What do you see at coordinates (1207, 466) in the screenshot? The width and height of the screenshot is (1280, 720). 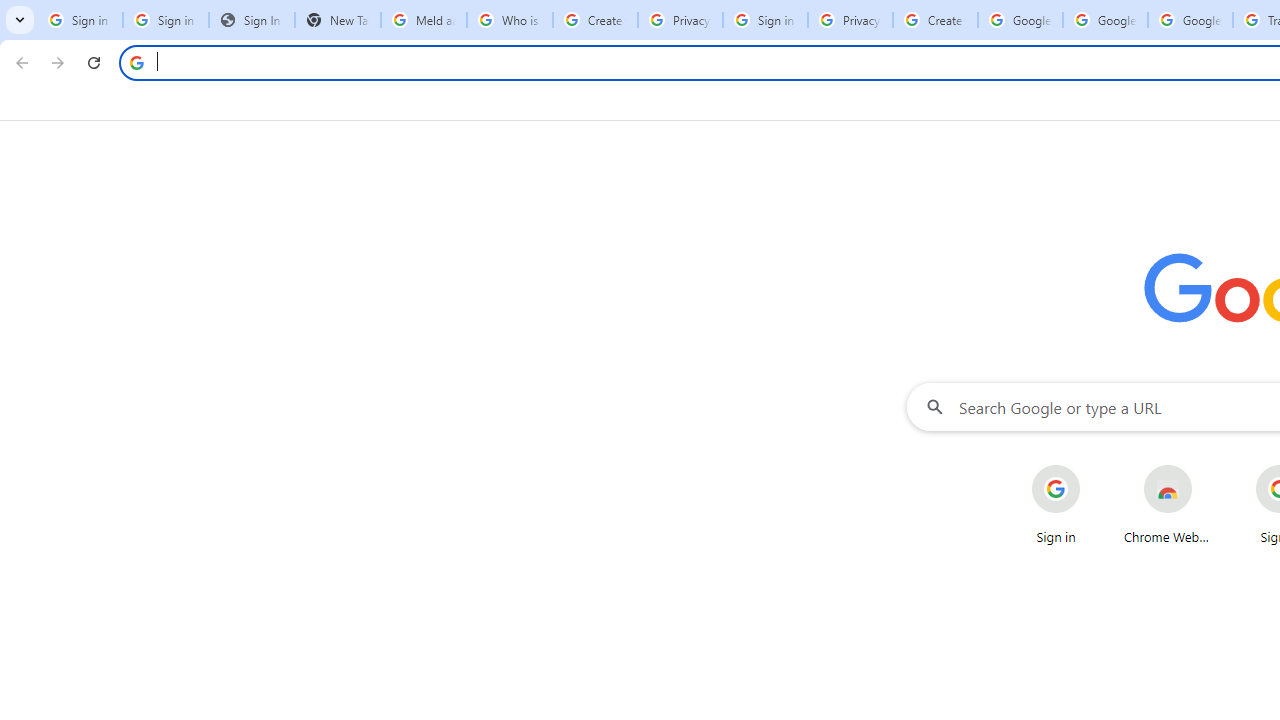 I see `'More actions for Chrome Web Store shortcut'` at bounding box center [1207, 466].